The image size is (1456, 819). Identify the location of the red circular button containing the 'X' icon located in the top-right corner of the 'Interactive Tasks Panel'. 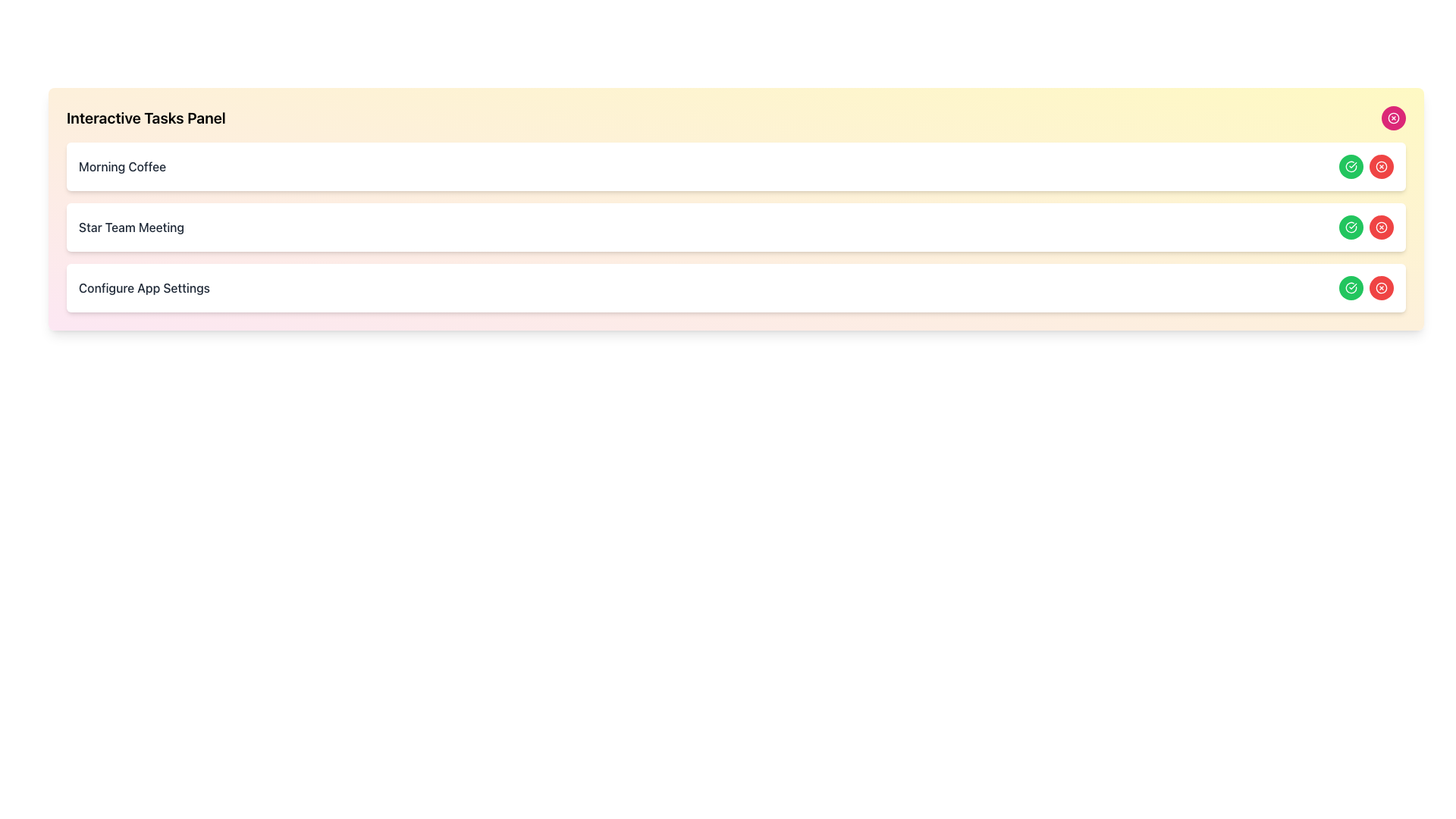
(1382, 288).